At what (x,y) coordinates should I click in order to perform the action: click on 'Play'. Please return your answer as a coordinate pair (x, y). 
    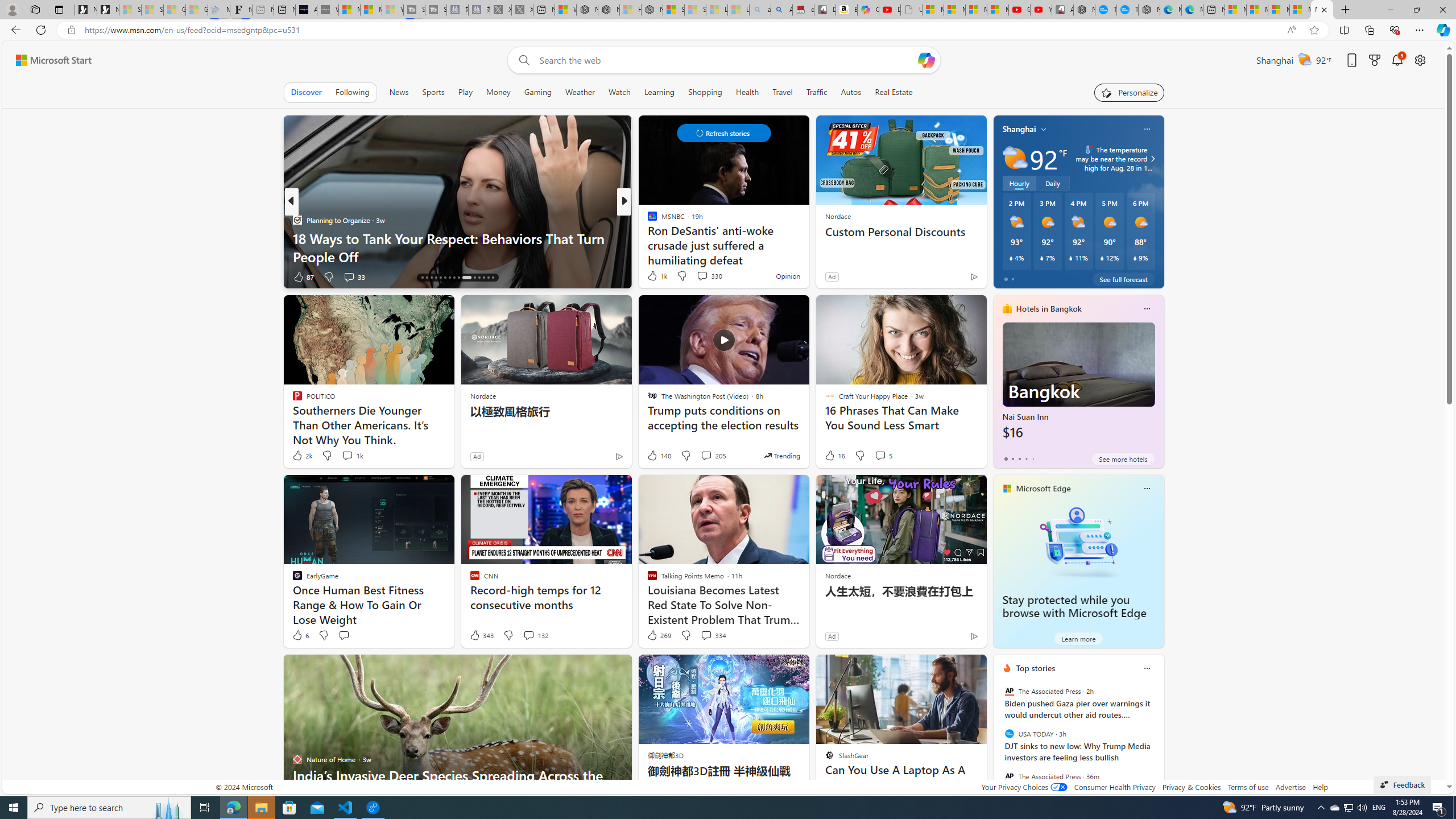
    Looking at the image, I should click on (464, 92).